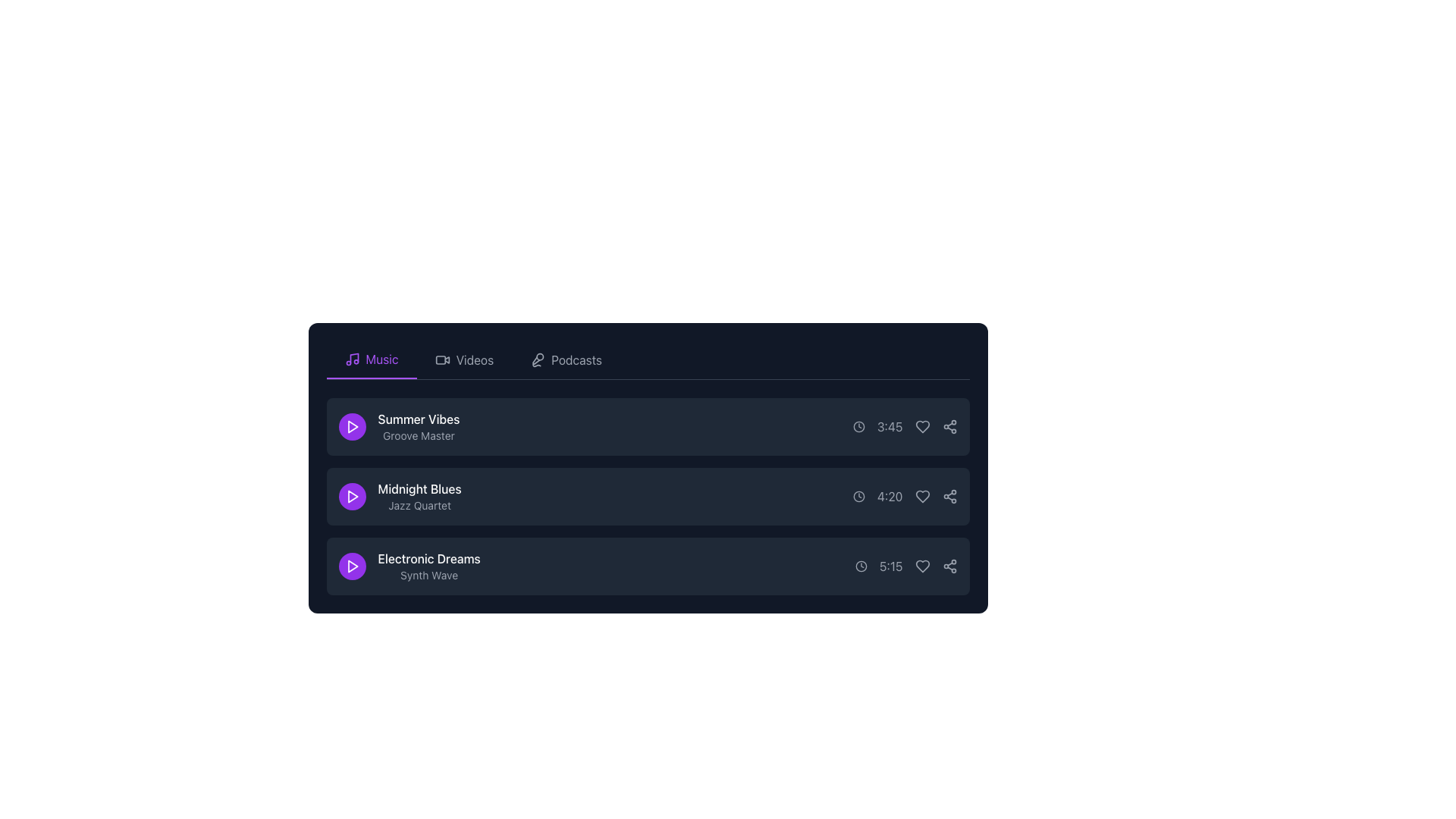 The width and height of the screenshot is (1456, 819). I want to click on the 'Summer Vibes' list item with a dark gray background and purple play icon, so click(648, 427).